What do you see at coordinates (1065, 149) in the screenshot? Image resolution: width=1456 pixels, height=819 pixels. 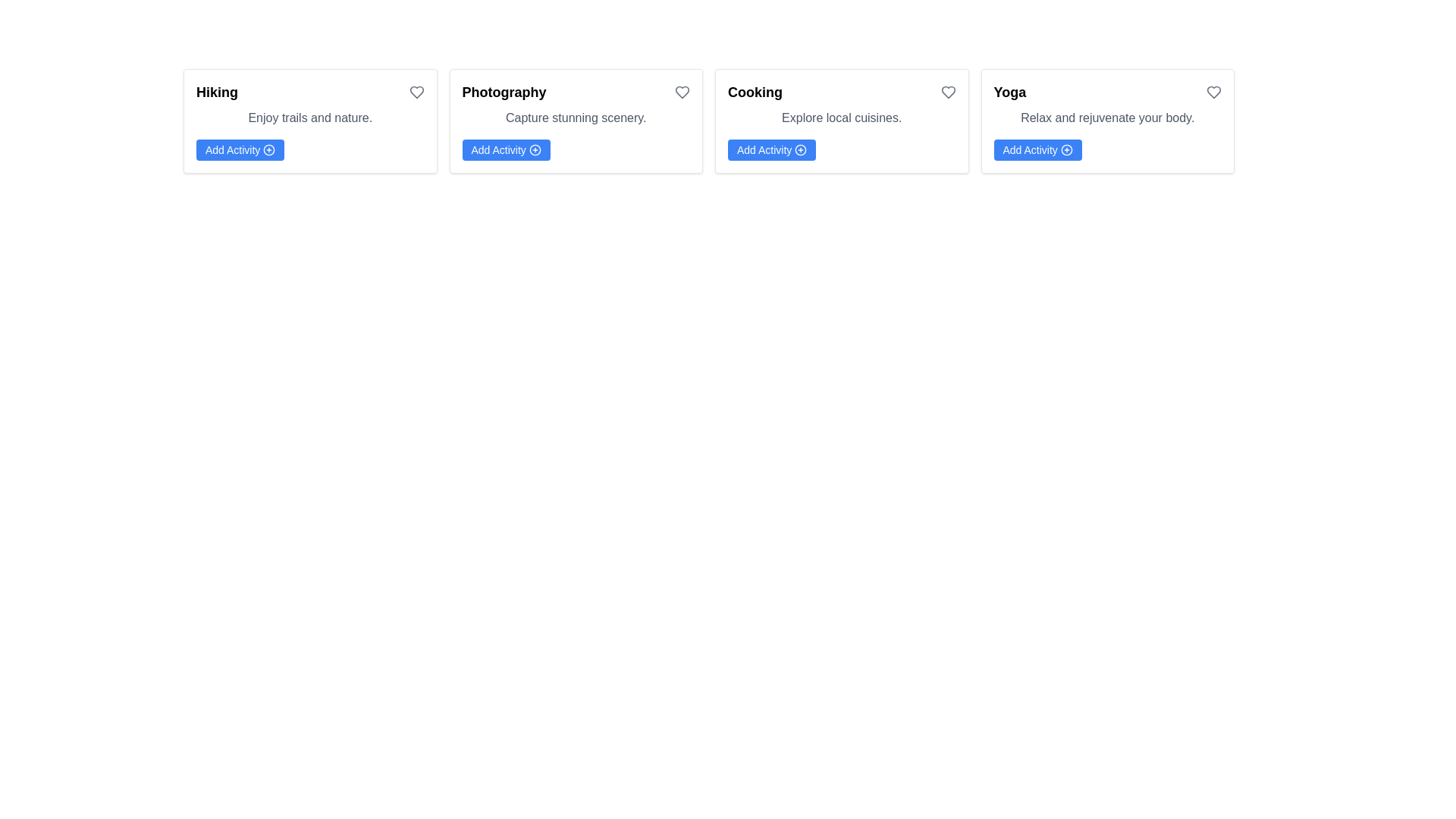 I see `the Decorative Icon that emphasizes the 'Add Activity' action within the Yoga card, which is the fourth card in a horizontal list of activity cards` at bounding box center [1065, 149].